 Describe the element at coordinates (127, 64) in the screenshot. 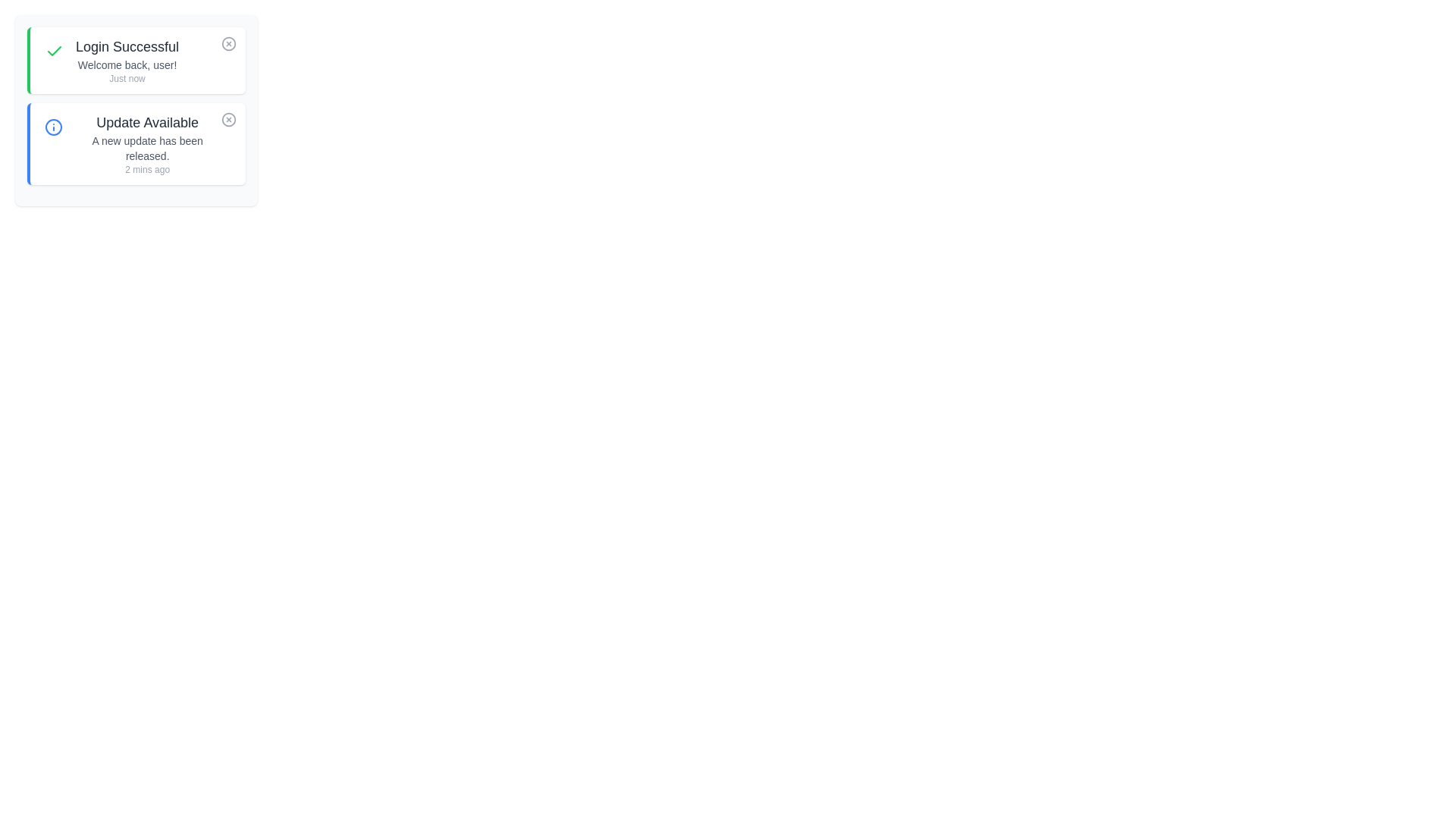

I see `the Label/Text displaying 'Welcome back, user!' which is located in the notification card below the 'Login Successful' text` at that location.